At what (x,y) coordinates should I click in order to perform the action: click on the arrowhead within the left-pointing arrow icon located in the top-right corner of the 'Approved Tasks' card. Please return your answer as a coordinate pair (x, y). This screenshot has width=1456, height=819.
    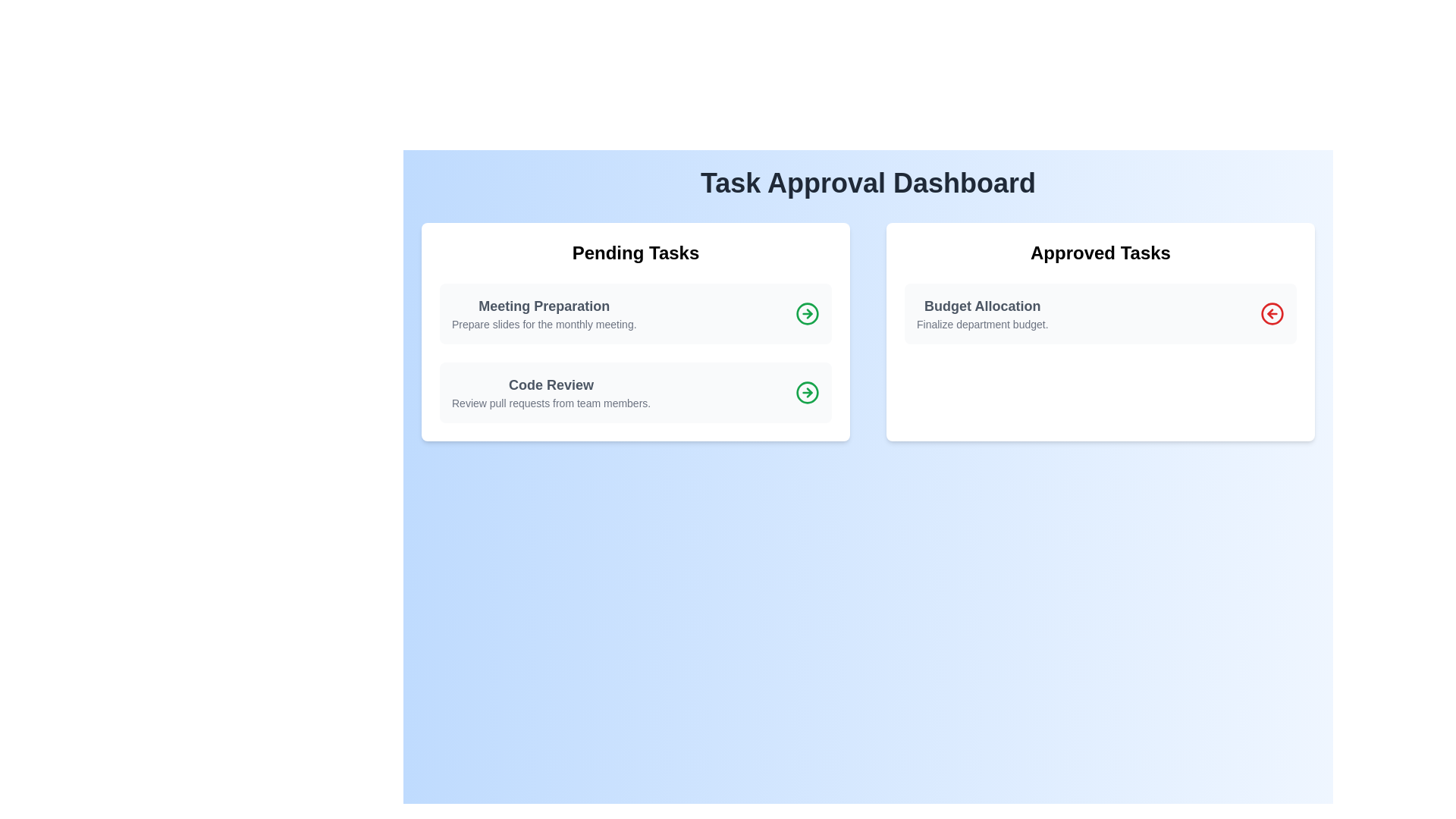
    Looking at the image, I should click on (1270, 312).